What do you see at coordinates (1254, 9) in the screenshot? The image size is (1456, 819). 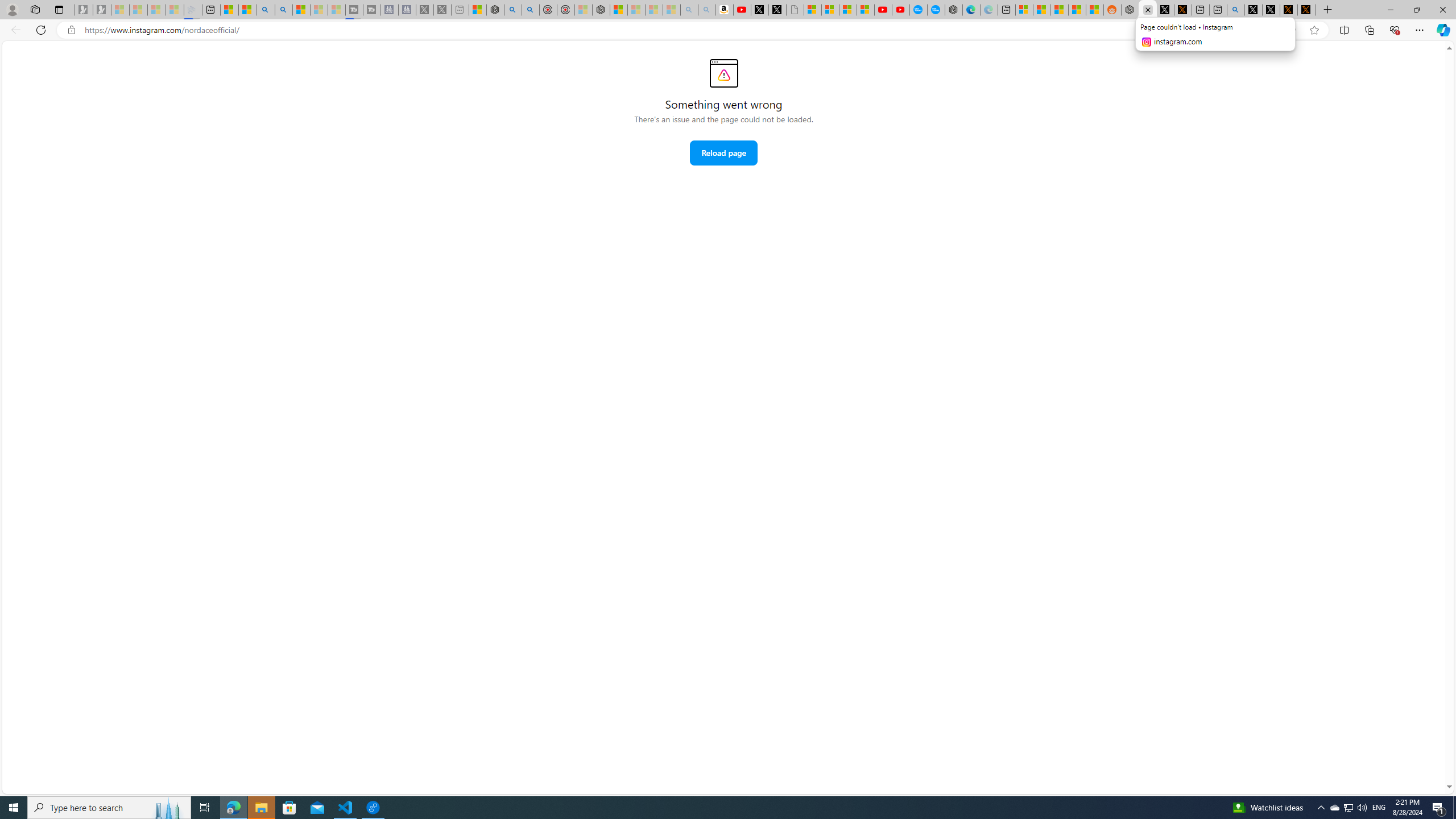 I see `'Profile / X'` at bounding box center [1254, 9].